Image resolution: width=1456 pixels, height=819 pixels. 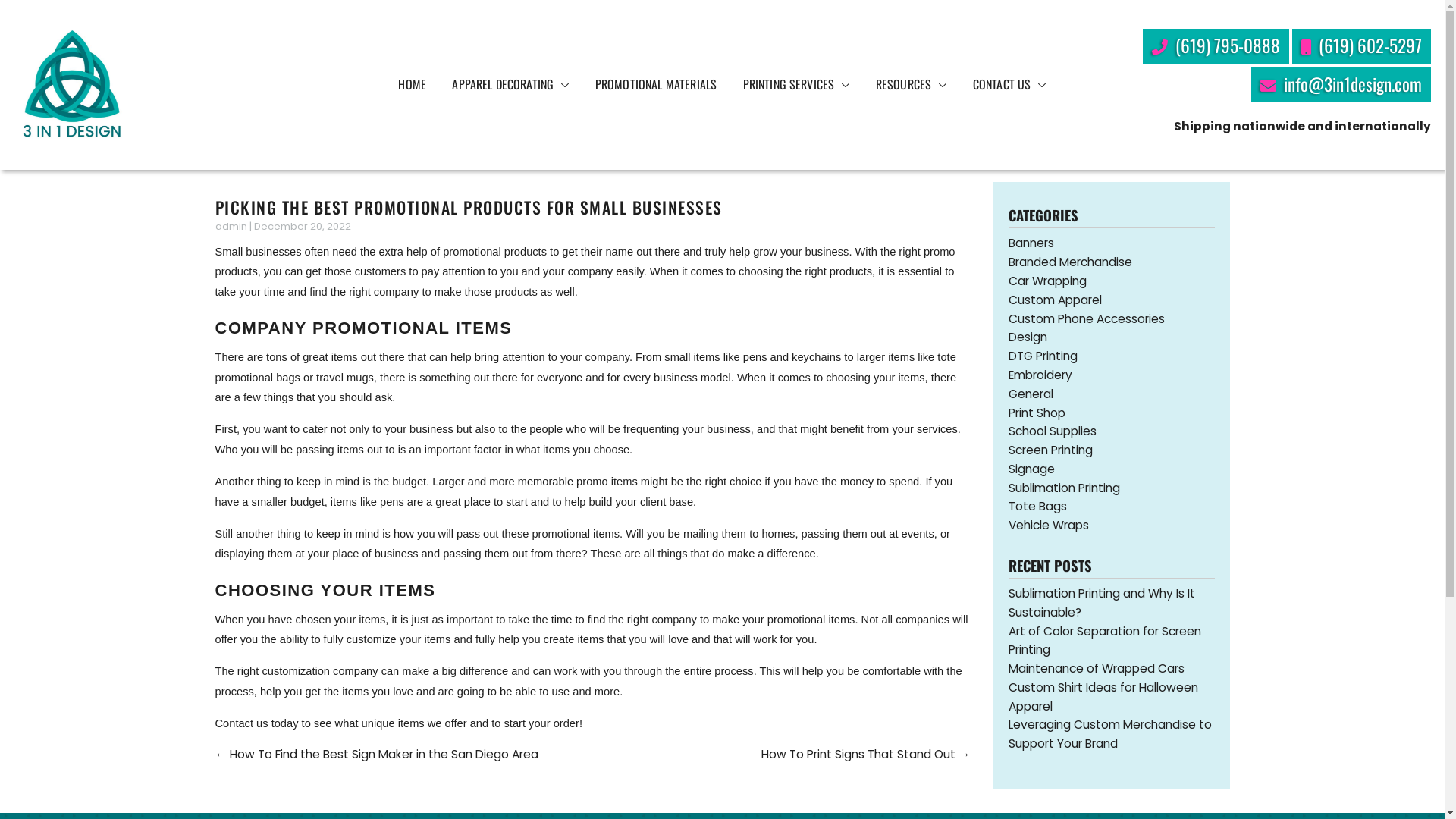 What do you see at coordinates (1047, 524) in the screenshot?
I see `'Vehicle Wraps'` at bounding box center [1047, 524].